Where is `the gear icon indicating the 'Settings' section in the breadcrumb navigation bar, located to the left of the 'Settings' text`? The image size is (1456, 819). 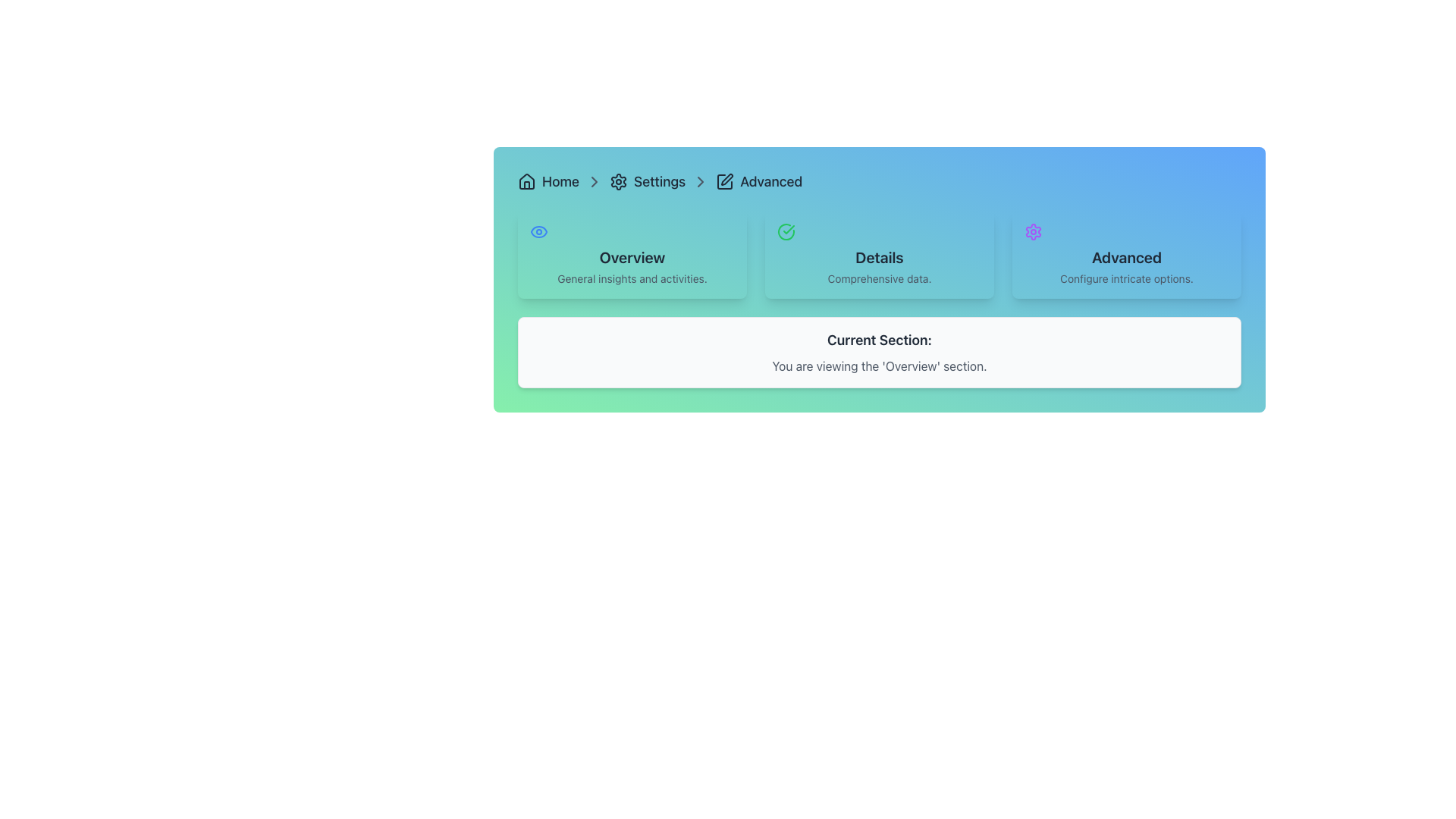 the gear icon indicating the 'Settings' section in the breadcrumb navigation bar, located to the left of the 'Settings' text is located at coordinates (619, 180).